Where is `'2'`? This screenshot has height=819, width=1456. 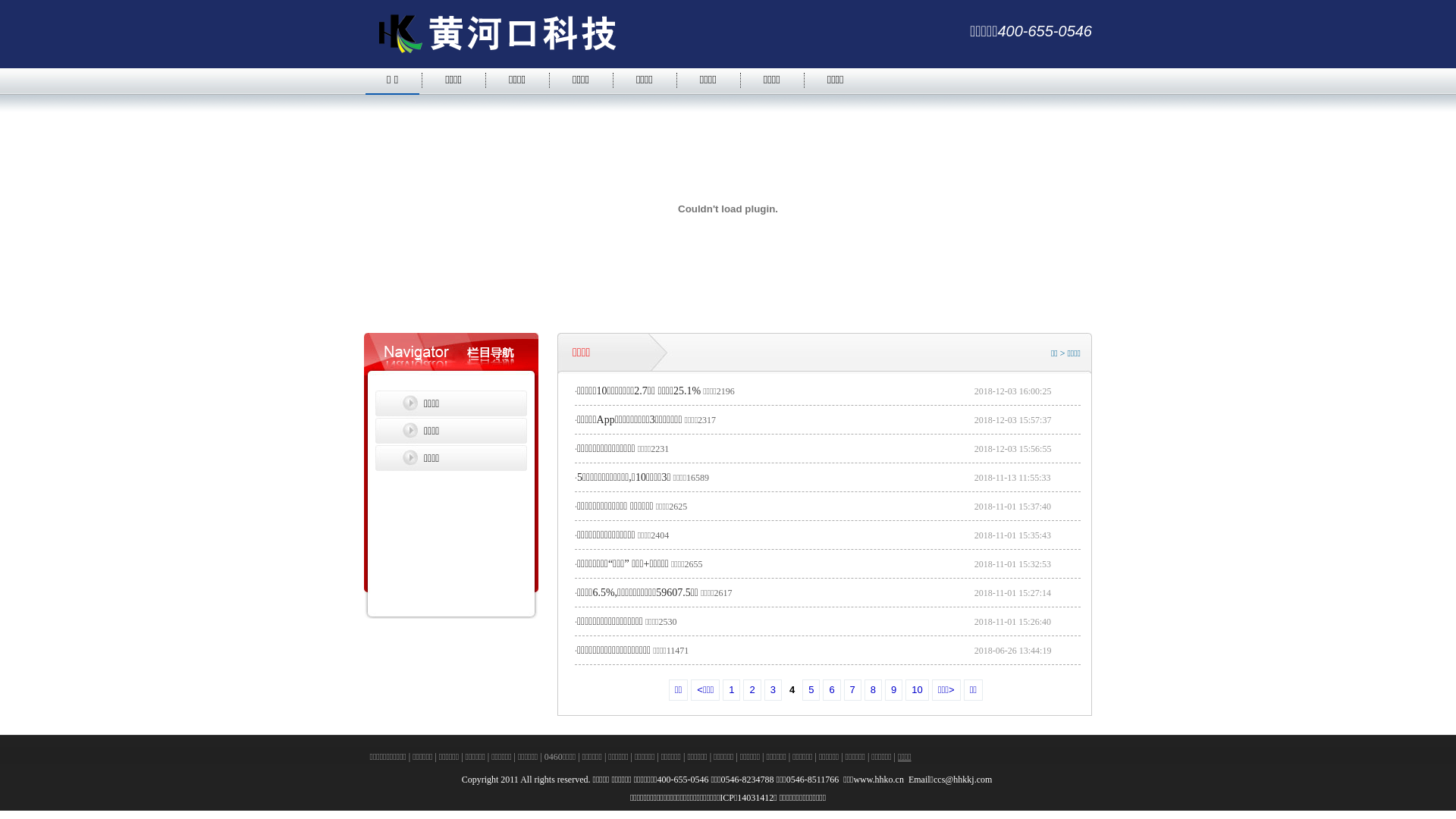 '2' is located at coordinates (752, 690).